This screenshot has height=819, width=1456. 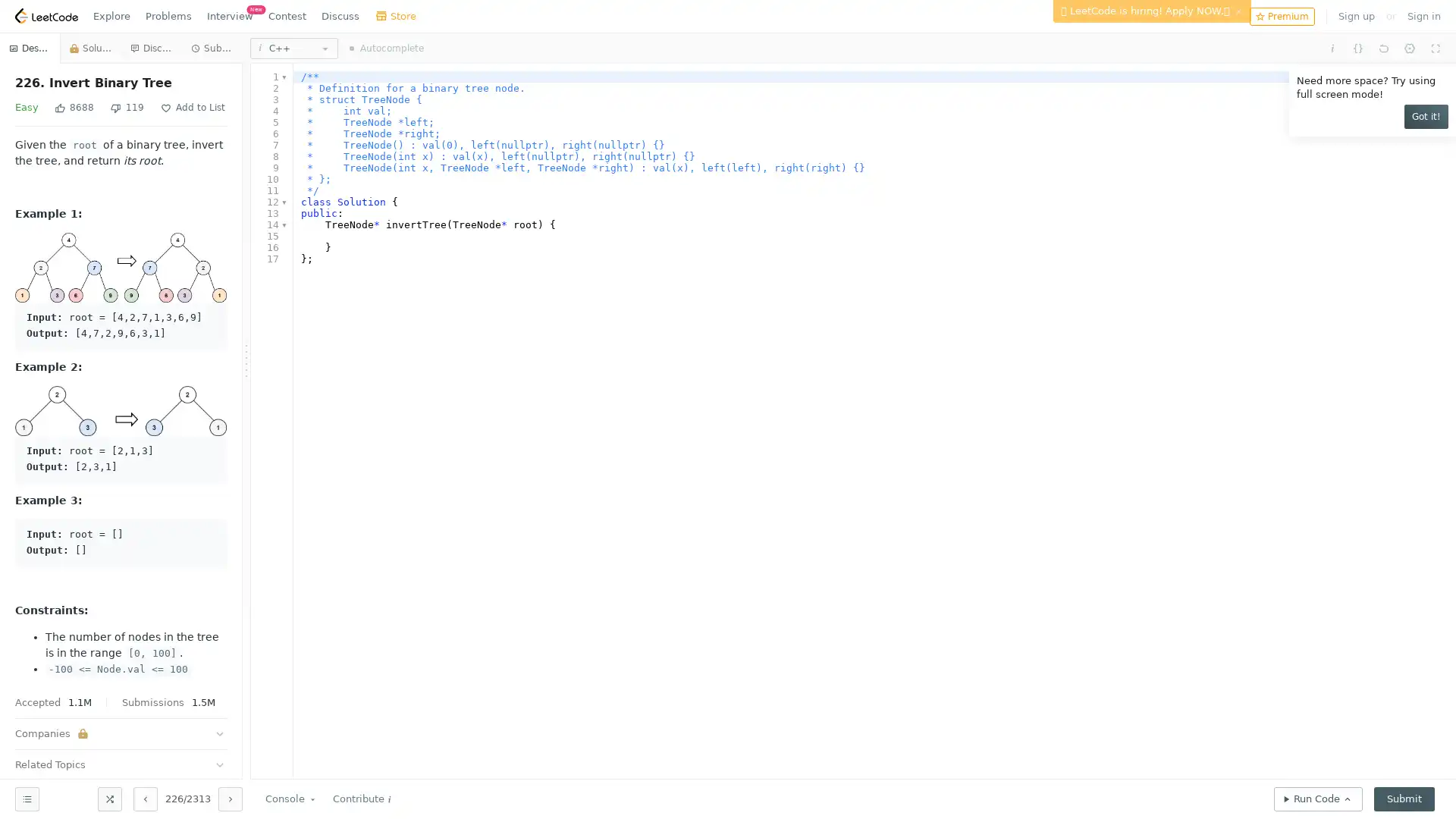 I want to click on Autocomplete, so click(x=386, y=48).